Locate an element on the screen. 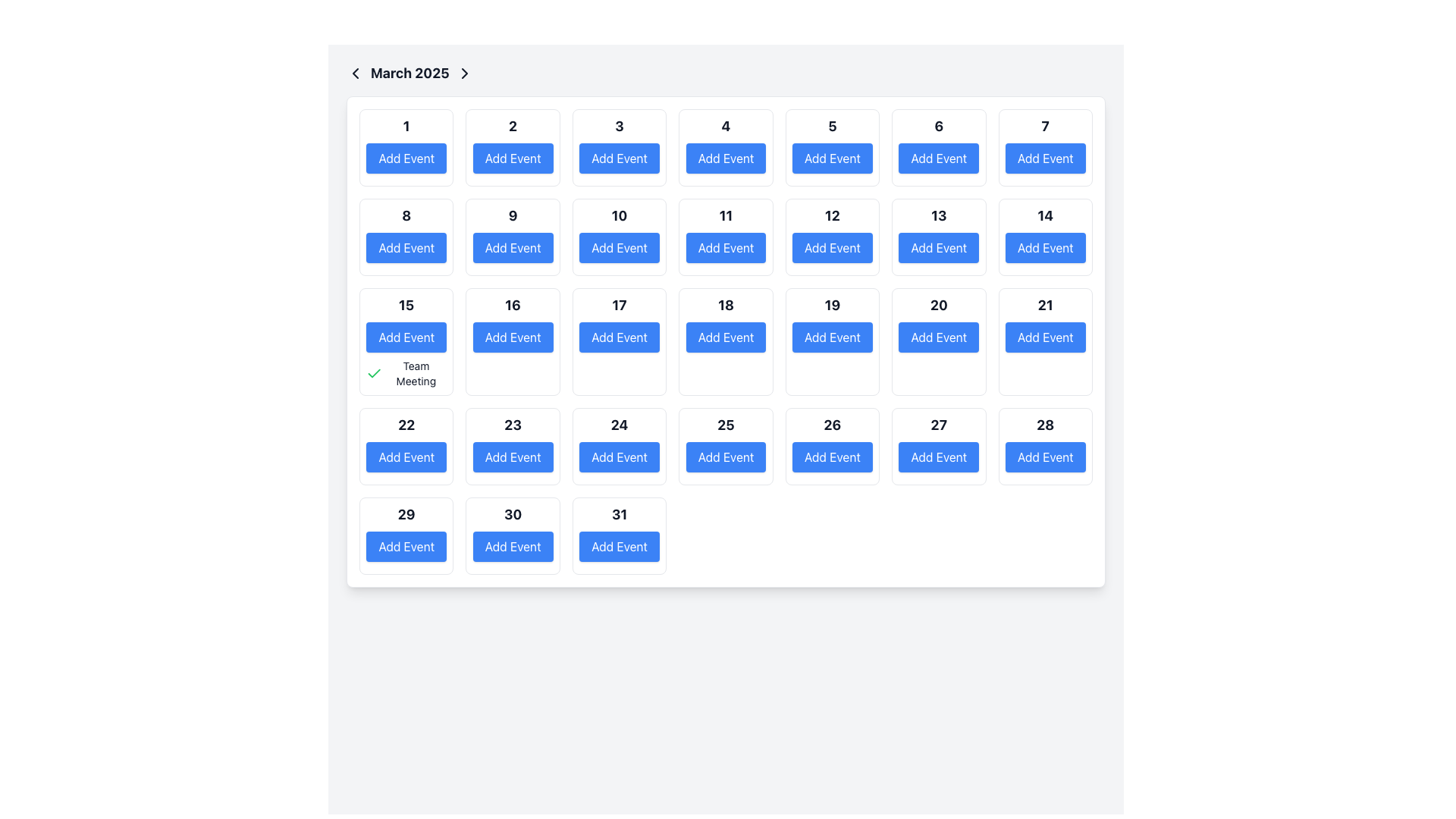 The height and width of the screenshot is (819, 1456). the 'Add Event' button for the calendar date of the 18th to initiate the event addition process is located at coordinates (725, 342).